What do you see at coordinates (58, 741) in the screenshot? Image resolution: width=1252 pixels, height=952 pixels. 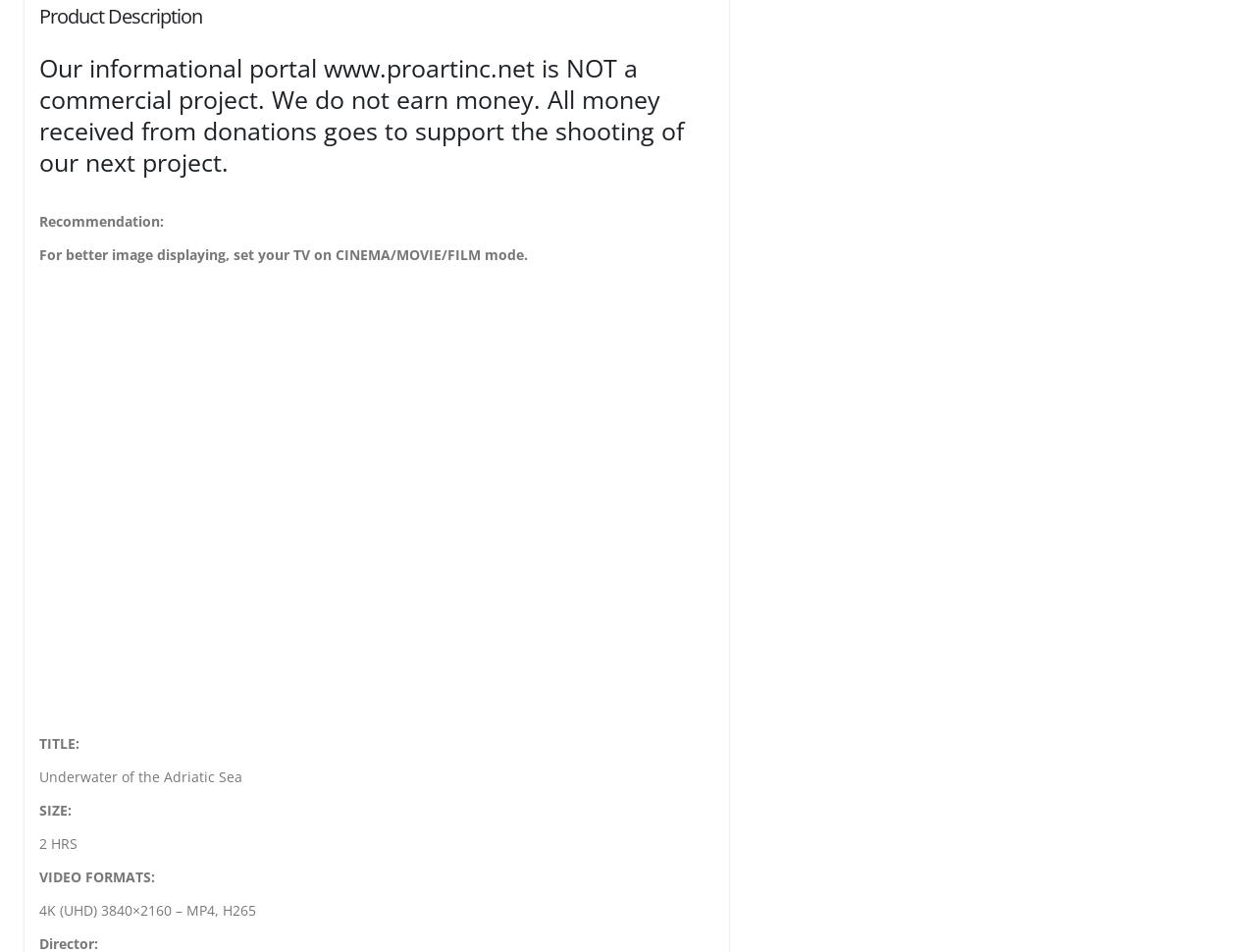 I see `'TITLE:'` at bounding box center [58, 741].